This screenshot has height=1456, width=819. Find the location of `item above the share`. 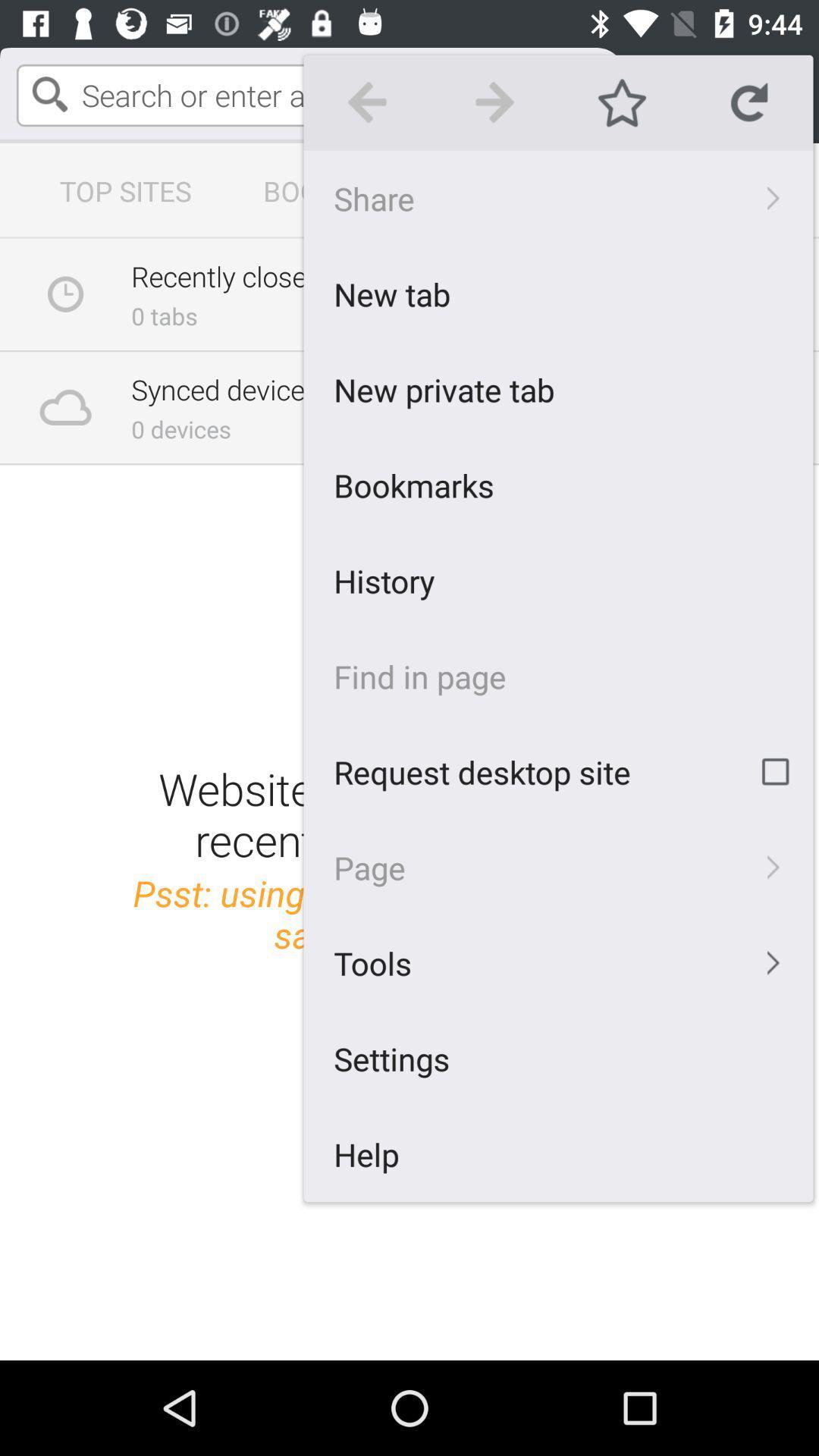

item above the share is located at coordinates (748, 102).